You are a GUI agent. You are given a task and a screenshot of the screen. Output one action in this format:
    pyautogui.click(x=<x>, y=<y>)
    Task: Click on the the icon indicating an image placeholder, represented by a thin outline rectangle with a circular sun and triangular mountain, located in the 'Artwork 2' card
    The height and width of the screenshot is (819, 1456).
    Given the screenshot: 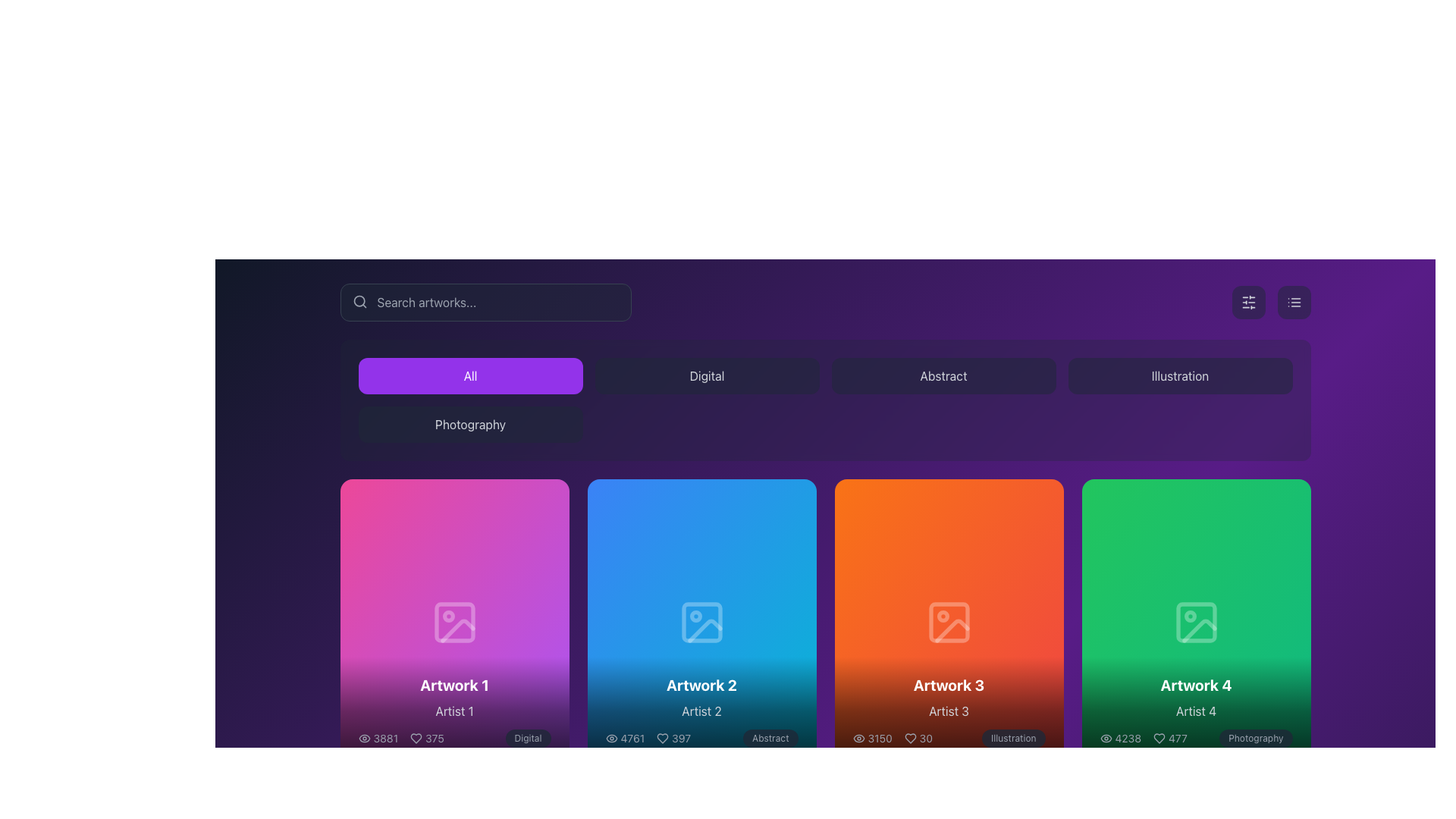 What is the action you would take?
    pyautogui.click(x=701, y=622)
    